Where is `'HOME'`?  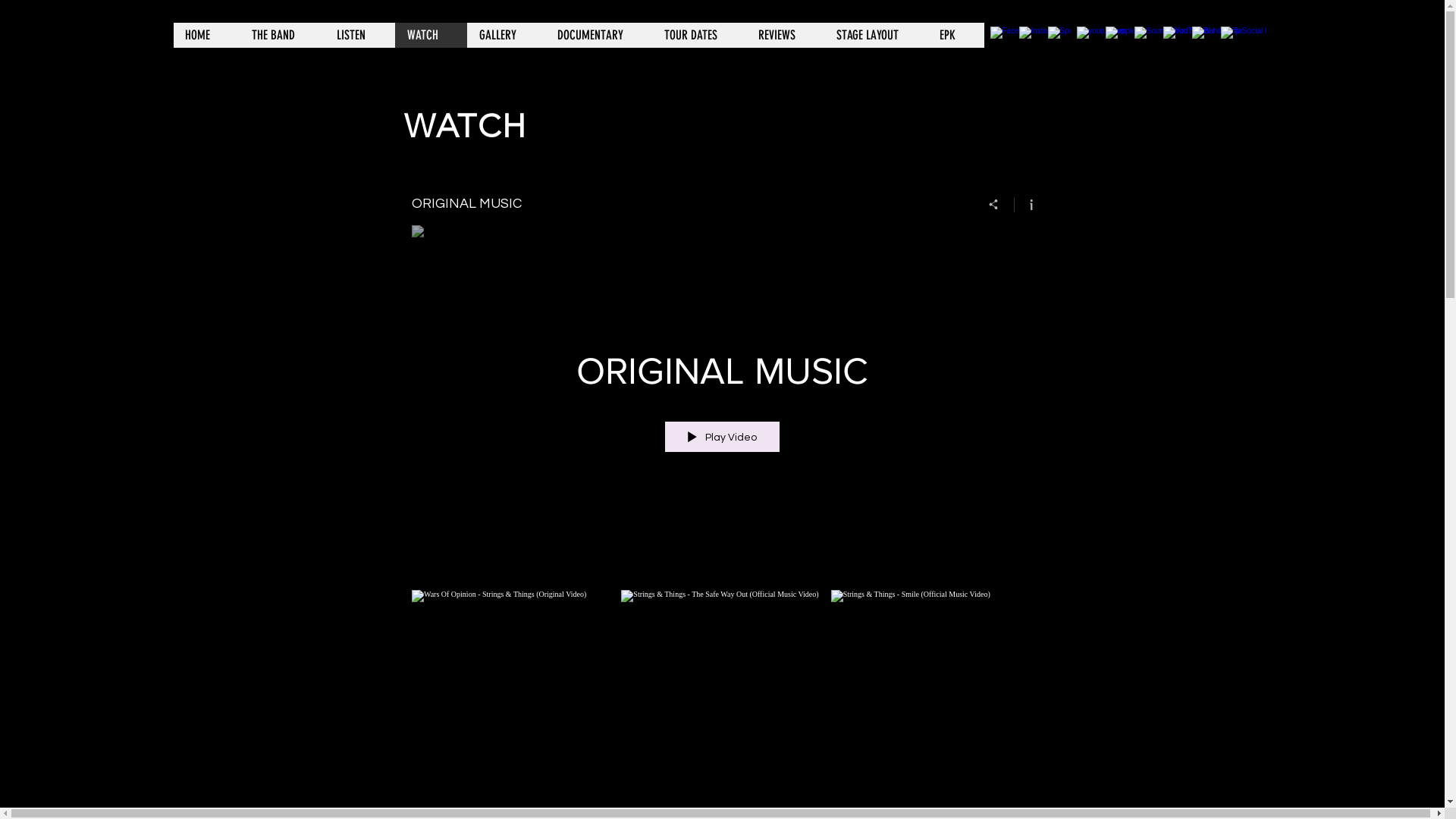 'HOME' is located at coordinates (205, 34).